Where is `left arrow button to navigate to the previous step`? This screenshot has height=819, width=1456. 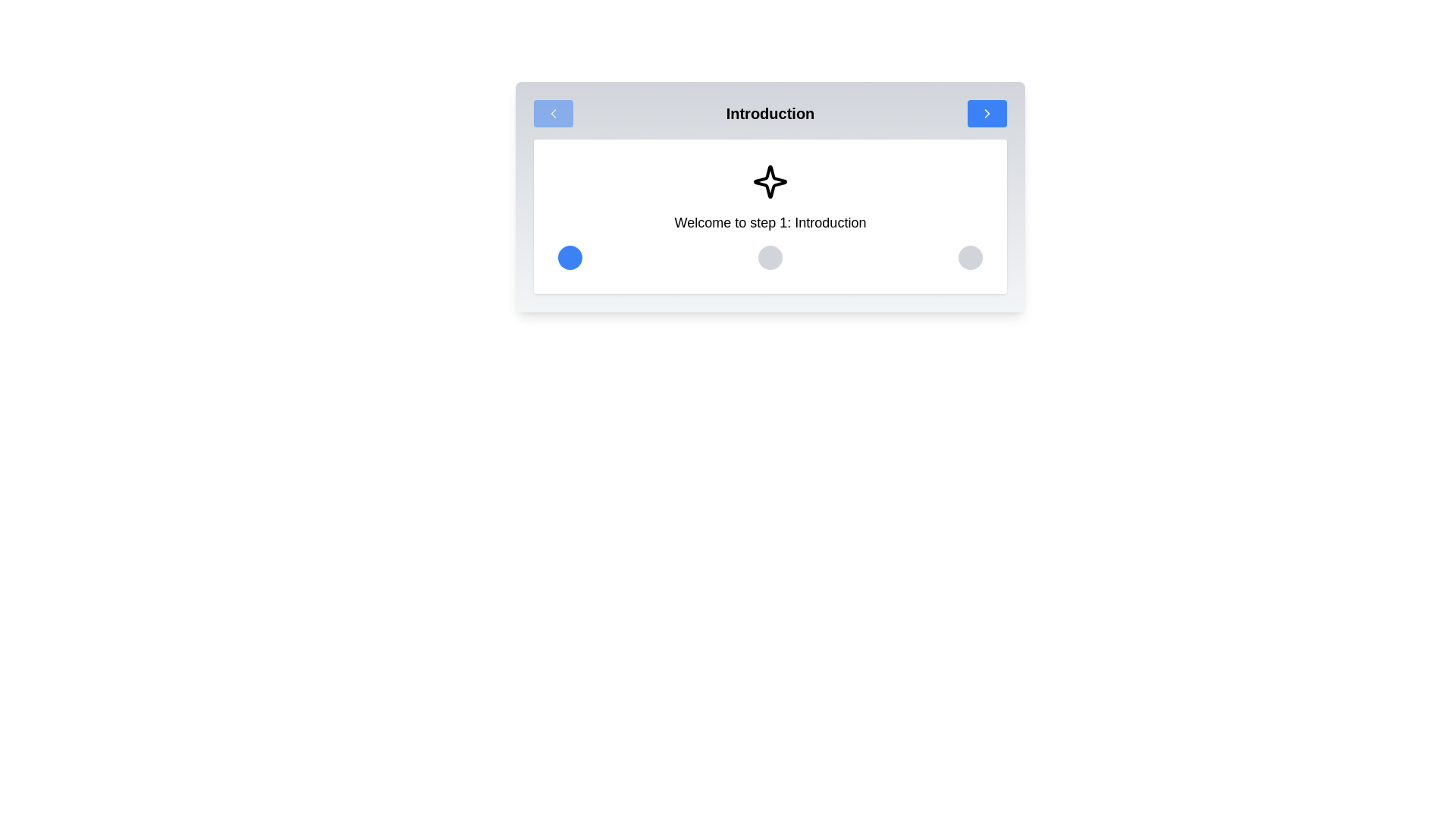 left arrow button to navigate to the previous step is located at coordinates (552, 113).